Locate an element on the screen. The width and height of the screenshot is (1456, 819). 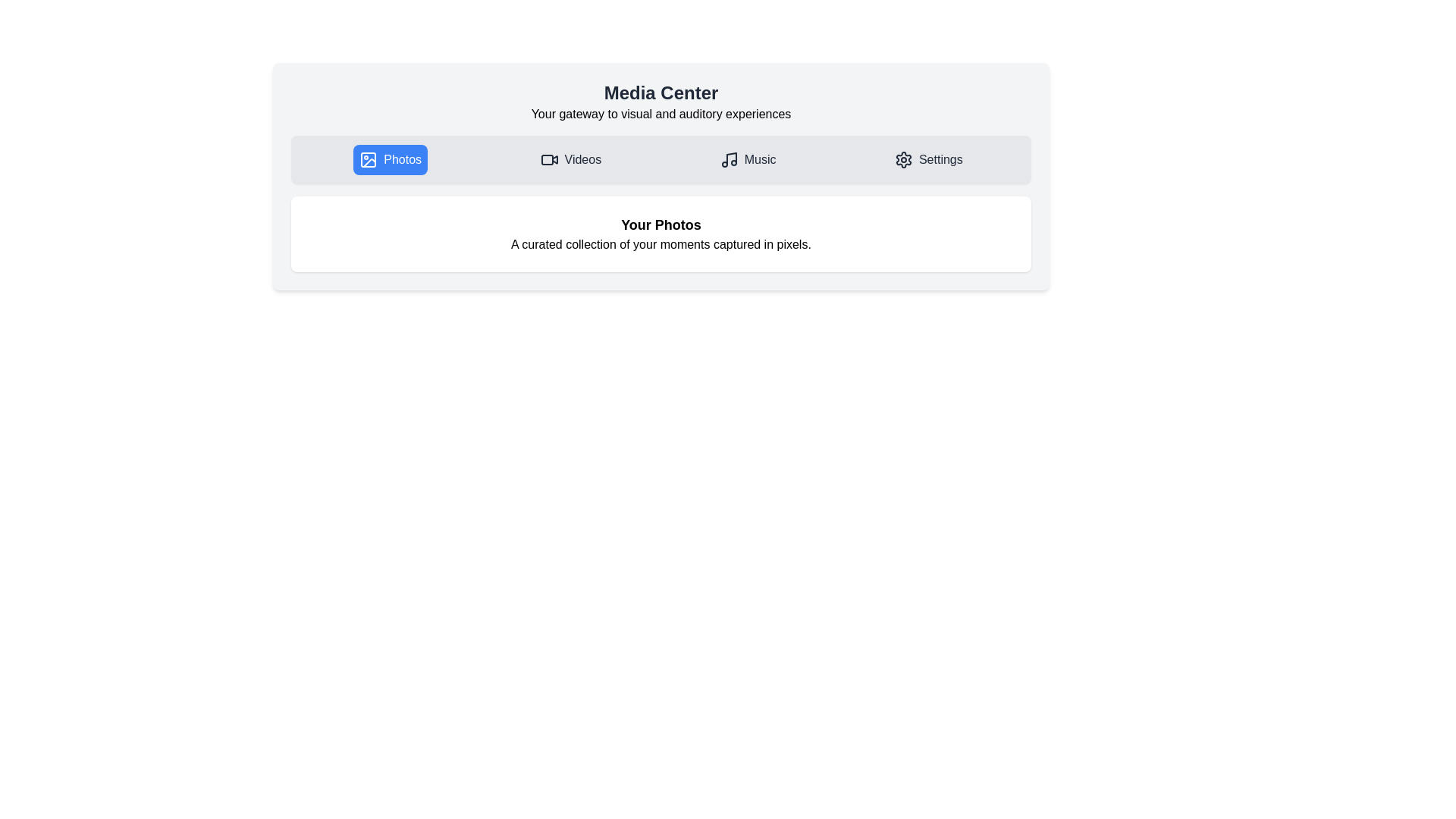
the 'Photos' button, which has a blue background, white text, and a photo frame icon is located at coordinates (391, 160).